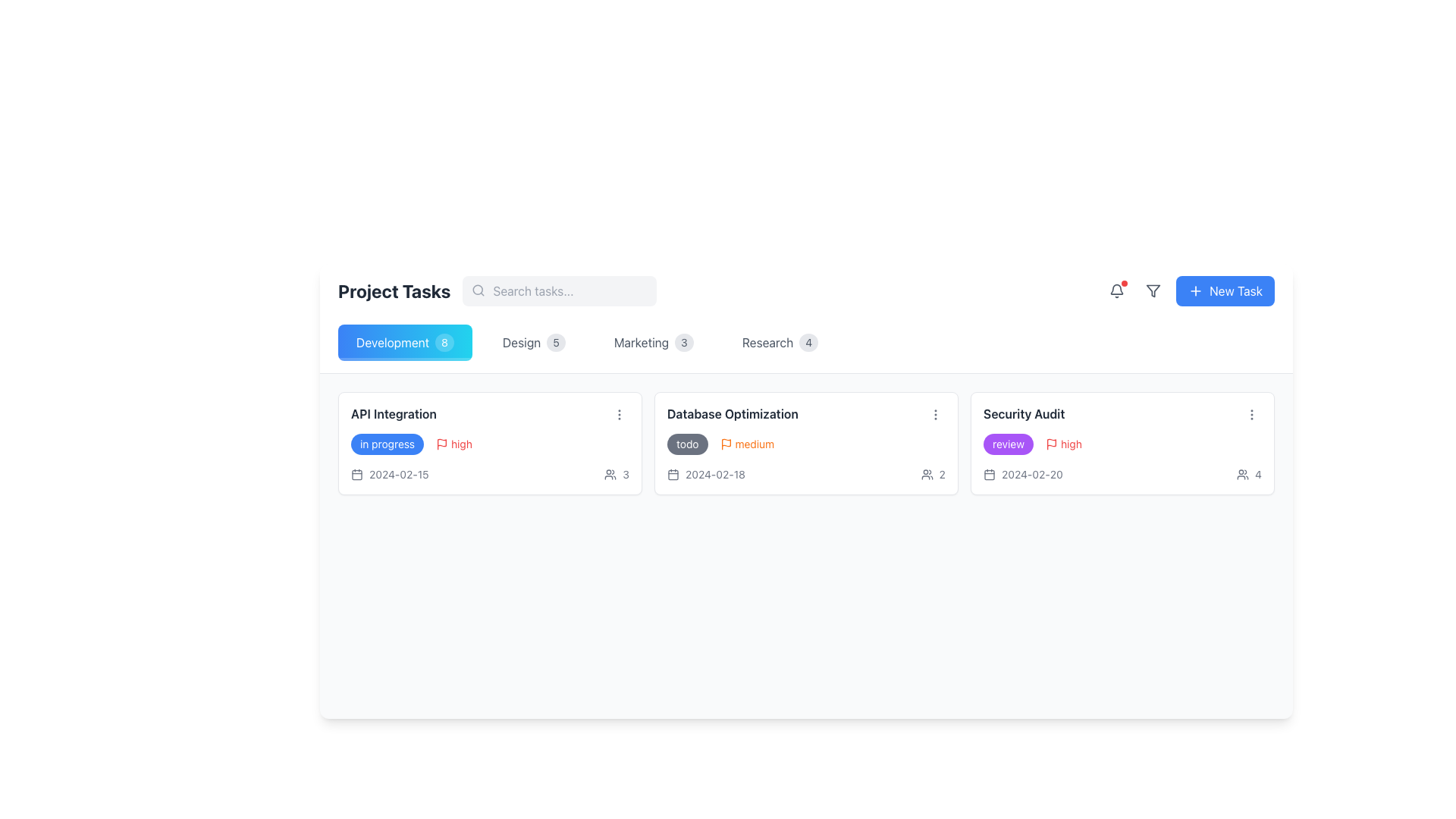  Describe the element at coordinates (808, 342) in the screenshot. I see `the Text label indicating the number of items associated with the 'Research' category, located to the immediate right of the 'Research' text label` at that location.